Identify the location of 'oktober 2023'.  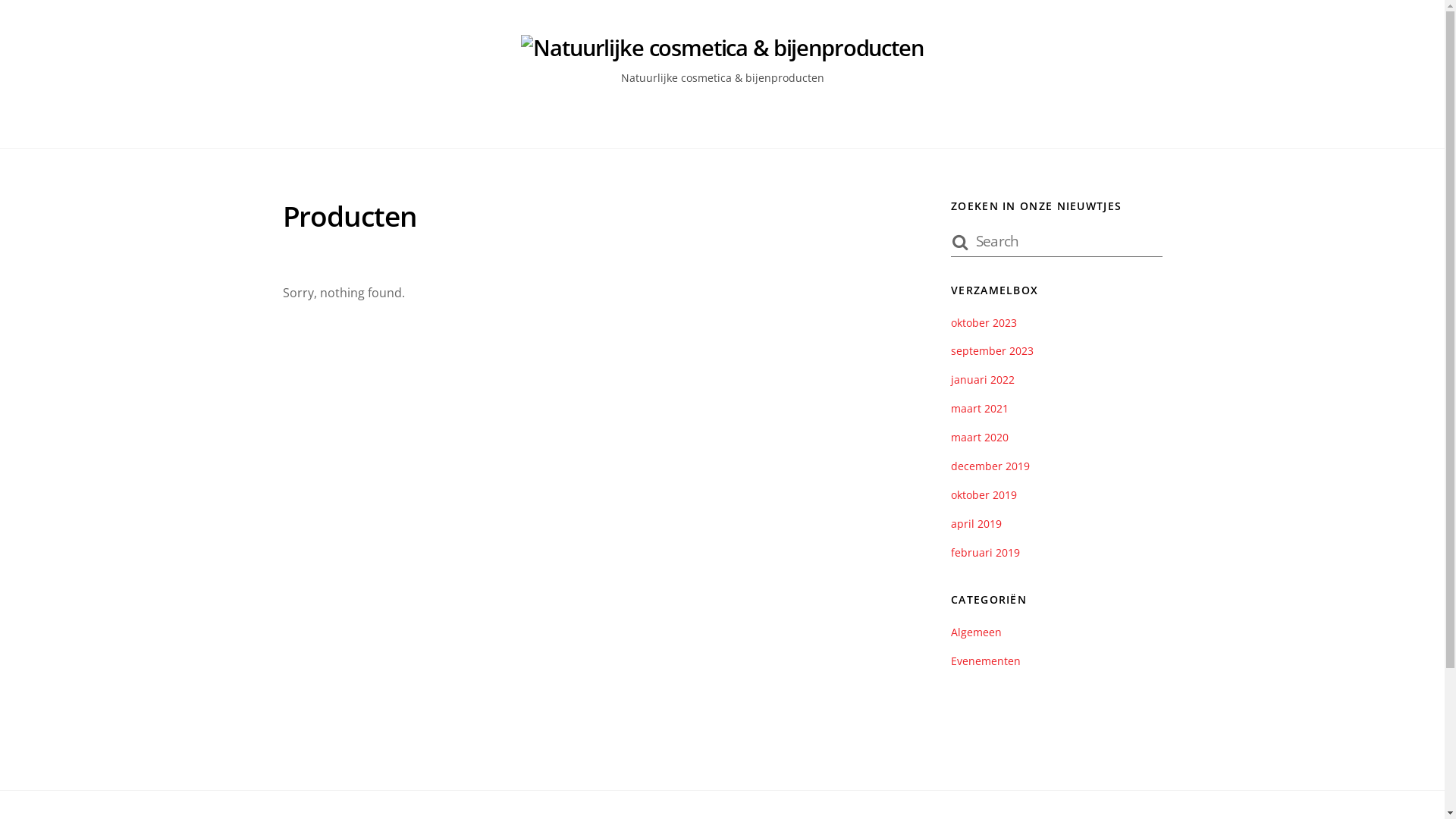
(984, 322).